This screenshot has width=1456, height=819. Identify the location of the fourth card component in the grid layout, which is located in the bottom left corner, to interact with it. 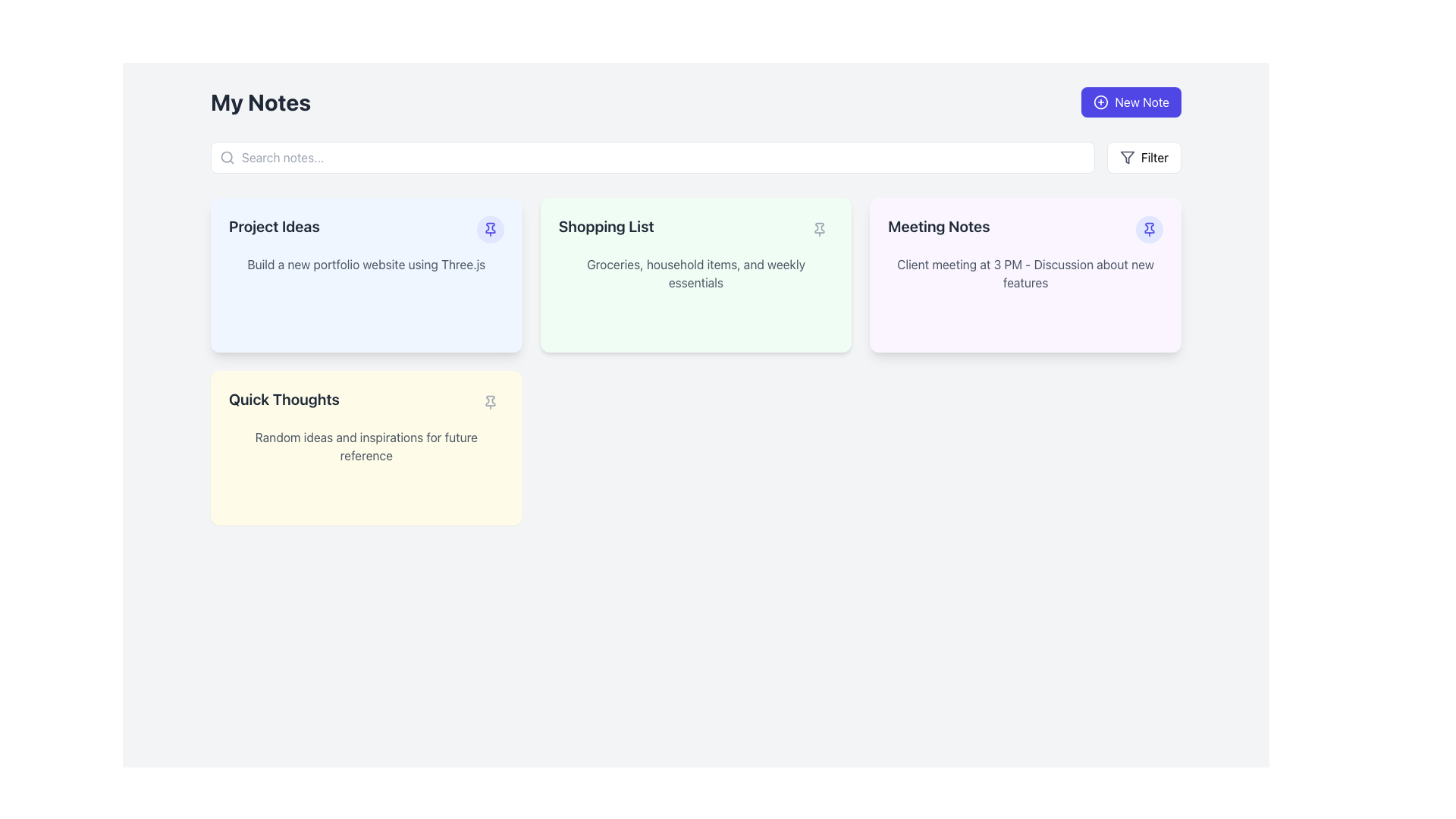
(366, 447).